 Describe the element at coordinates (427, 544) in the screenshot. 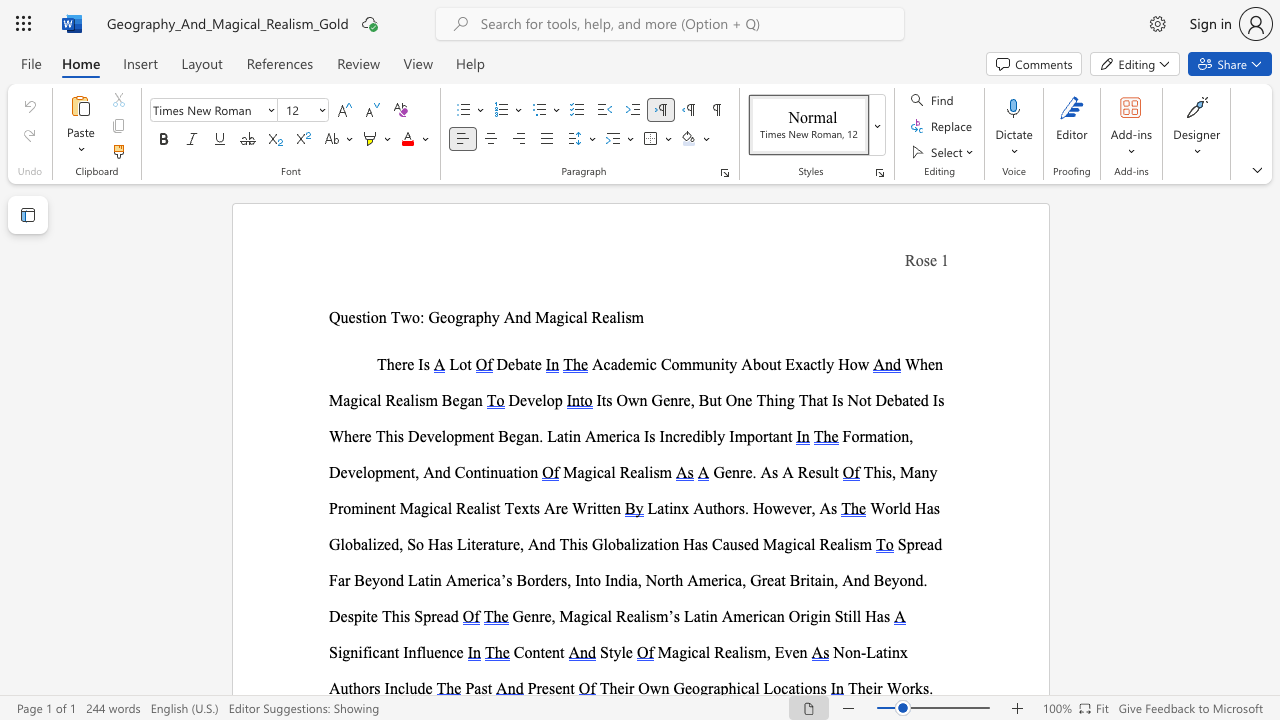

I see `the subset text "Has Lit" within the text "World Has Globalized, So Has Literature, And This Globalization Has Caused Magical Realism"` at that location.